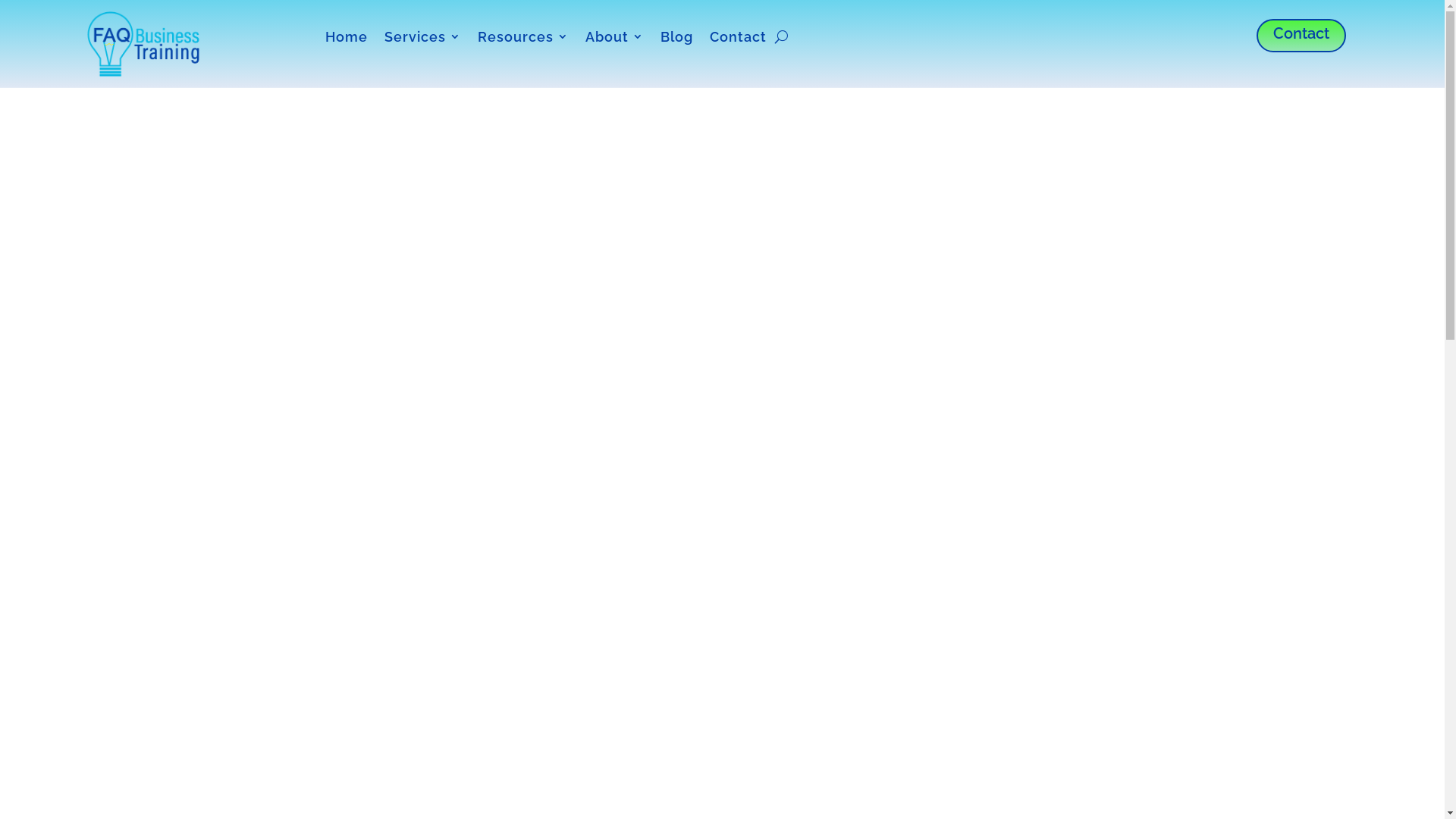 This screenshot has width=1456, height=819. Describe the element at coordinates (738, 39) in the screenshot. I see `'Contact'` at that location.